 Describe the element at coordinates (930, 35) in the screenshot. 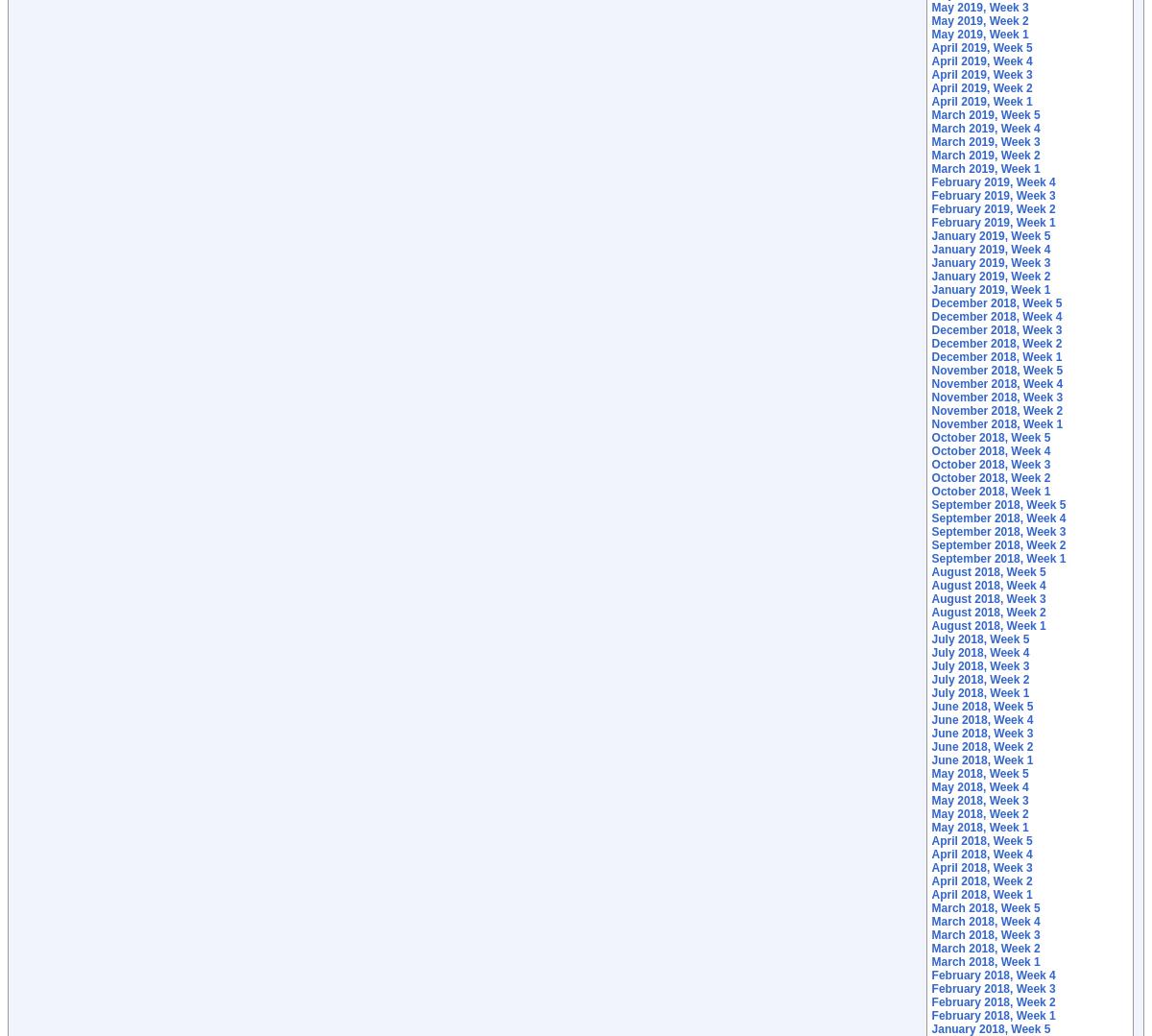

I see `'May 2019, Week 1'` at that location.